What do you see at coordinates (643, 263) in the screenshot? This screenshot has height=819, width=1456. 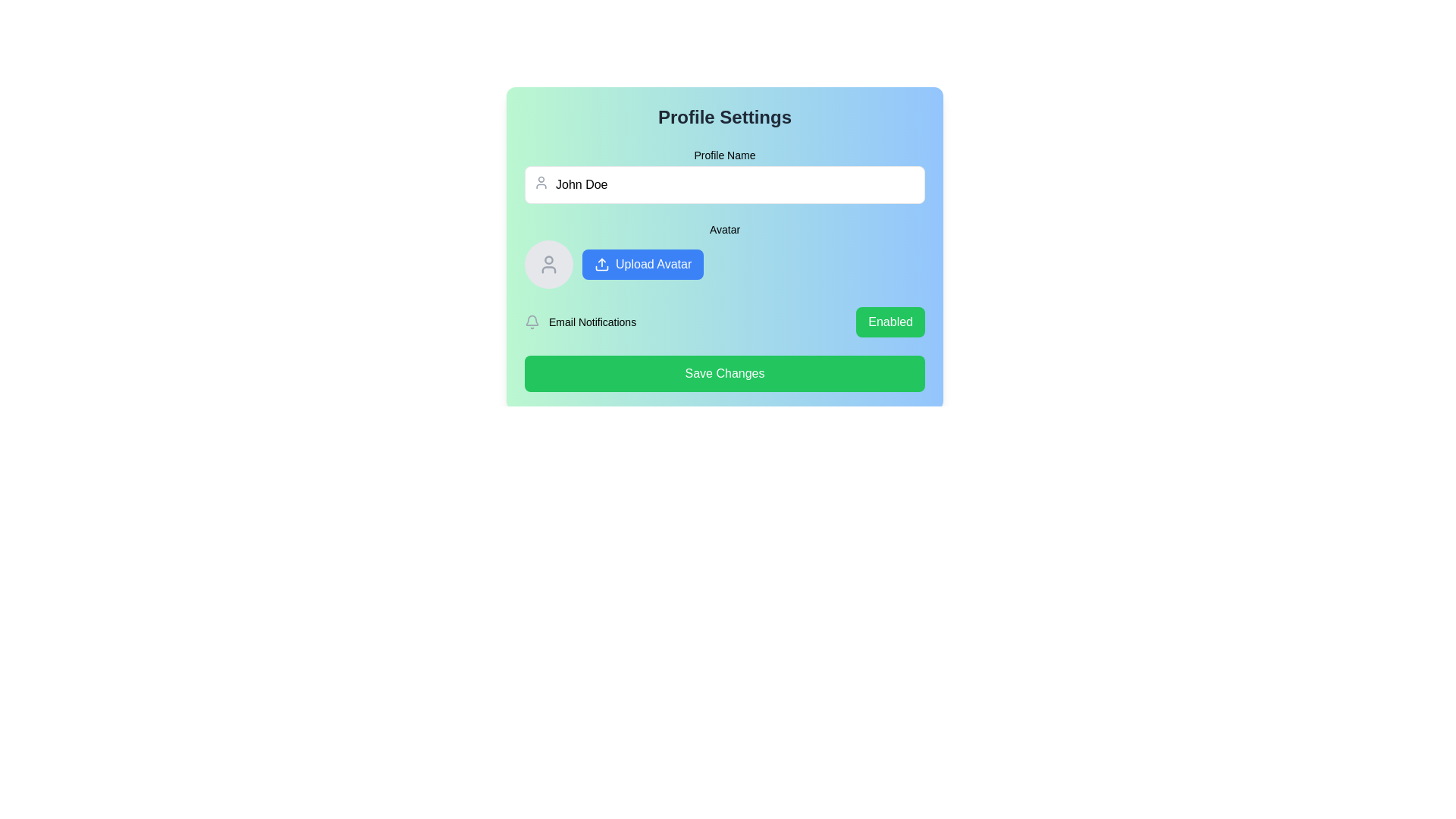 I see `the avatar upload button located below the 'Avatar' label and adjacent to the circular placeholder region` at bounding box center [643, 263].